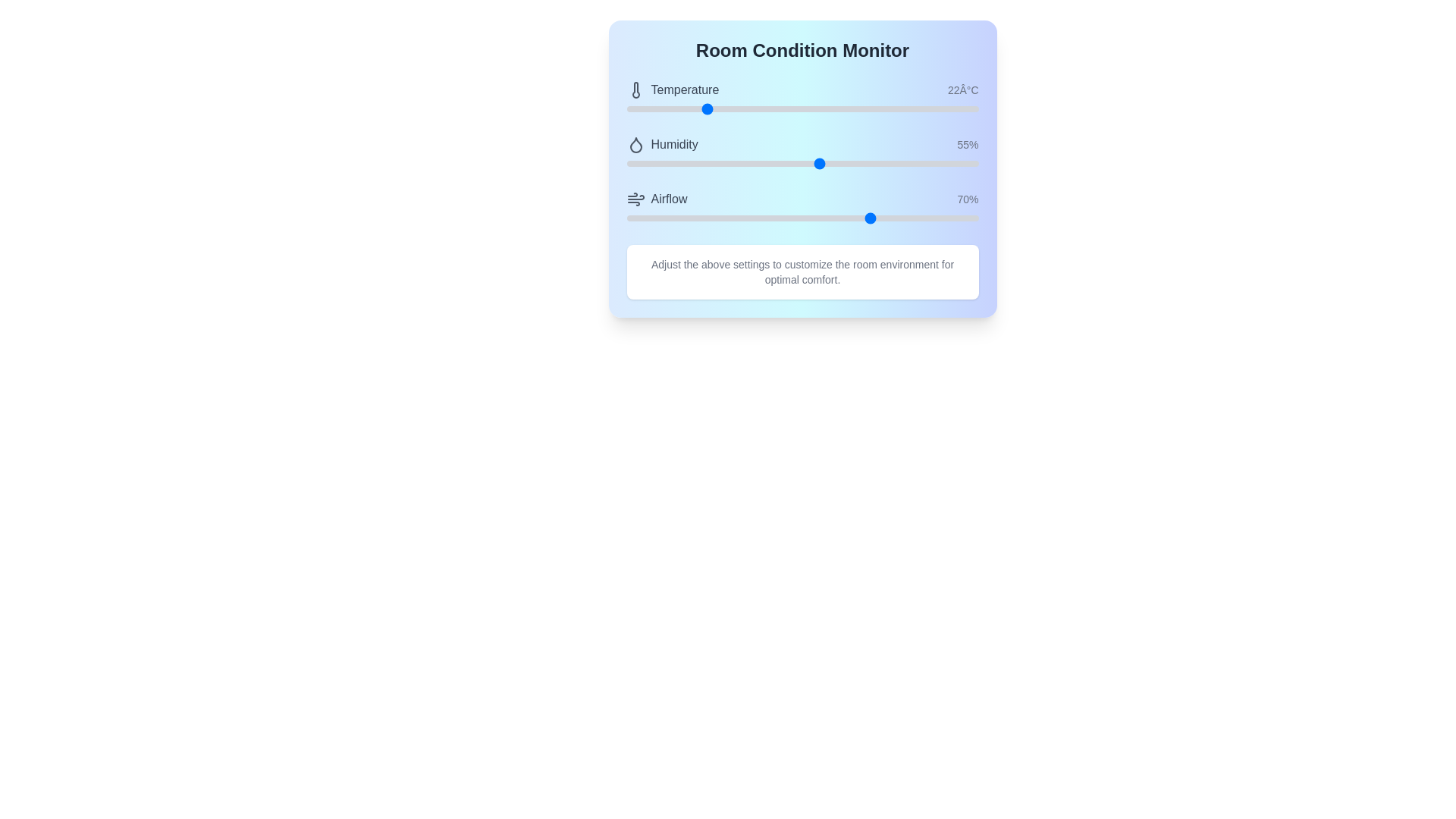 The height and width of the screenshot is (819, 1456). Describe the element at coordinates (746, 164) in the screenshot. I see `the humidity level` at that location.